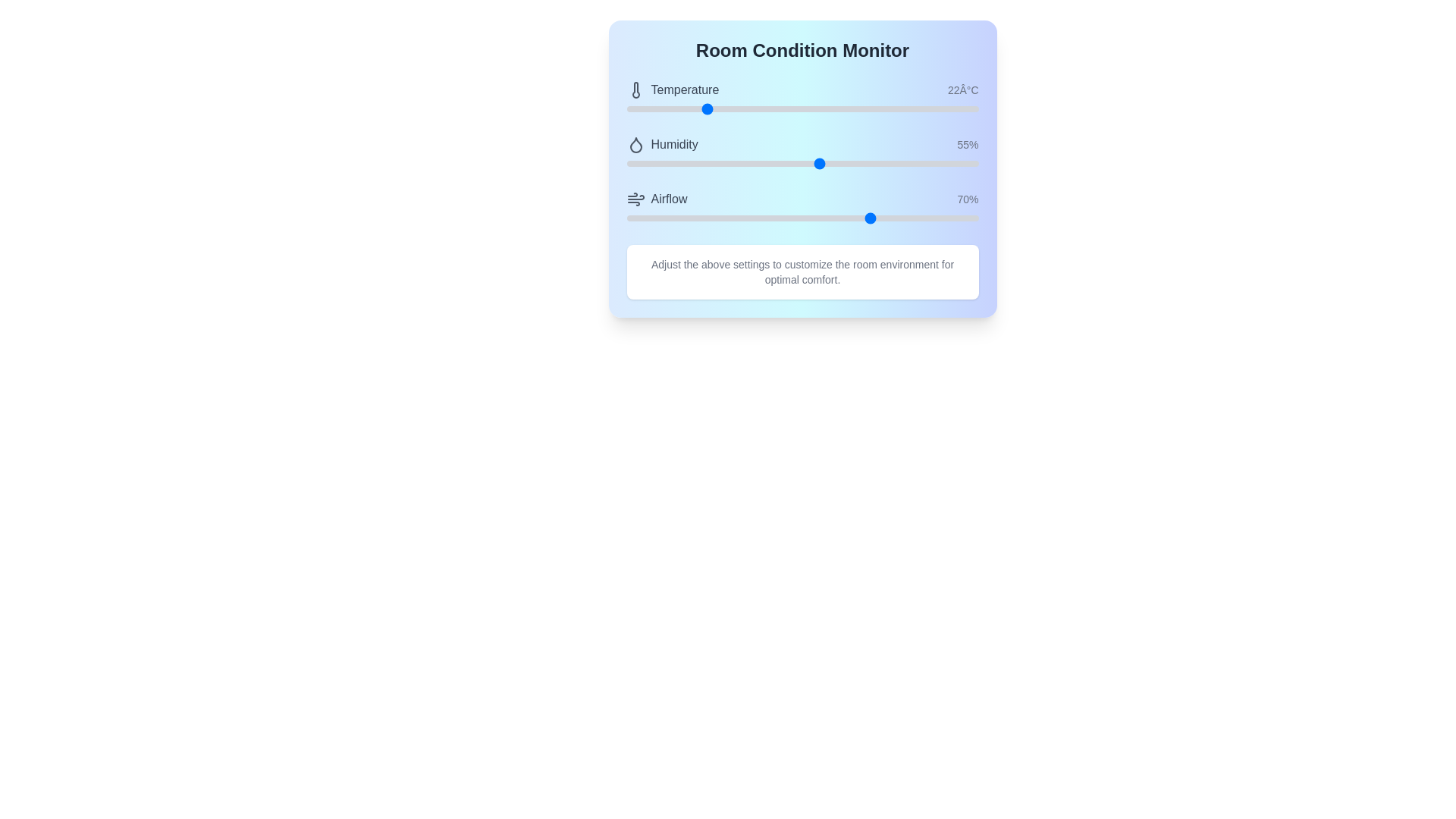 The height and width of the screenshot is (819, 1456). Describe the element at coordinates (746, 164) in the screenshot. I see `the humidity level` at that location.